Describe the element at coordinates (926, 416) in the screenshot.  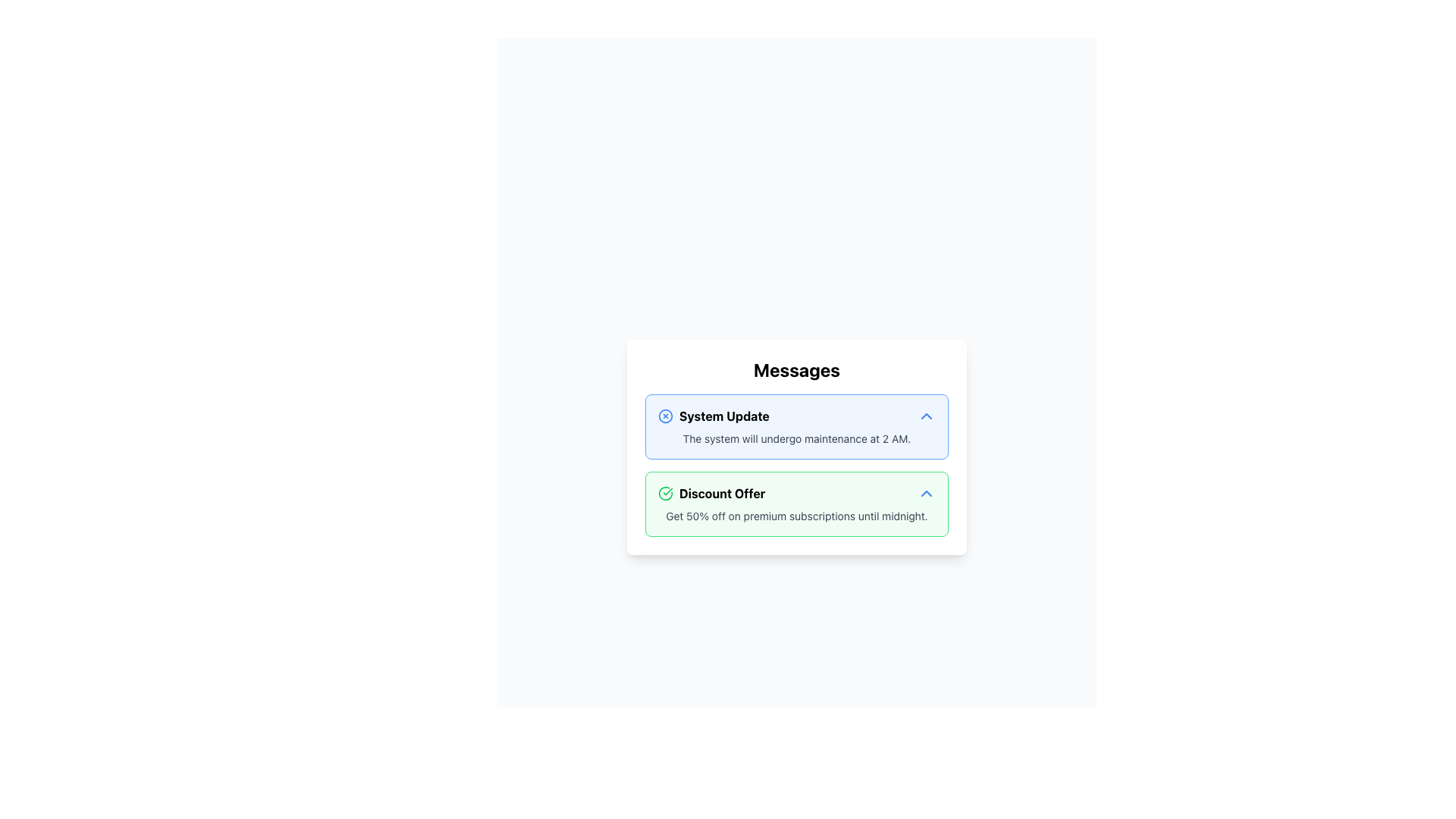
I see `the first interactive chevron icon in the 'System Update' section` at that location.